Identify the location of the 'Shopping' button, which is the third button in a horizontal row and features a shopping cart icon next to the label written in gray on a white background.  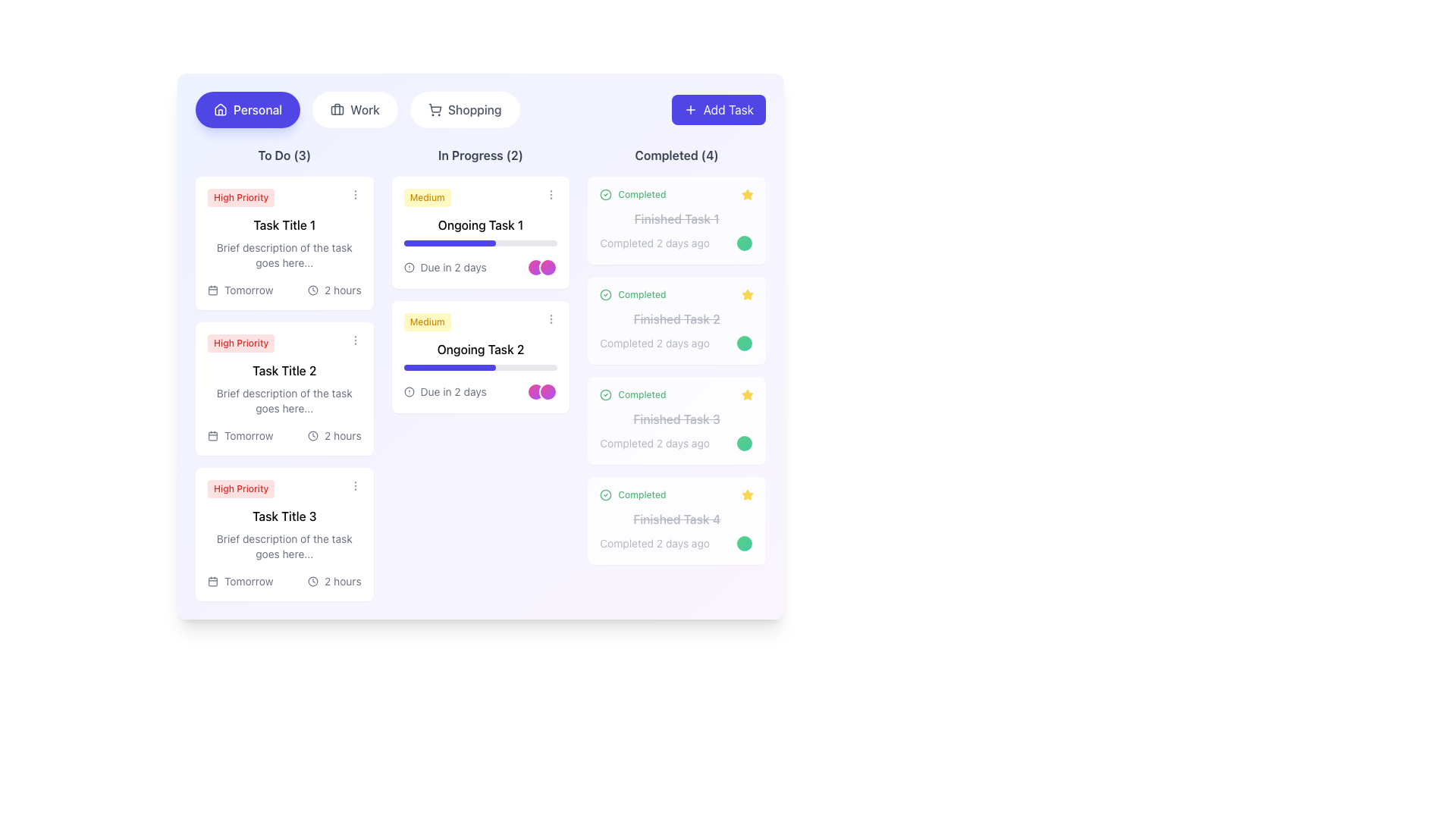
(464, 109).